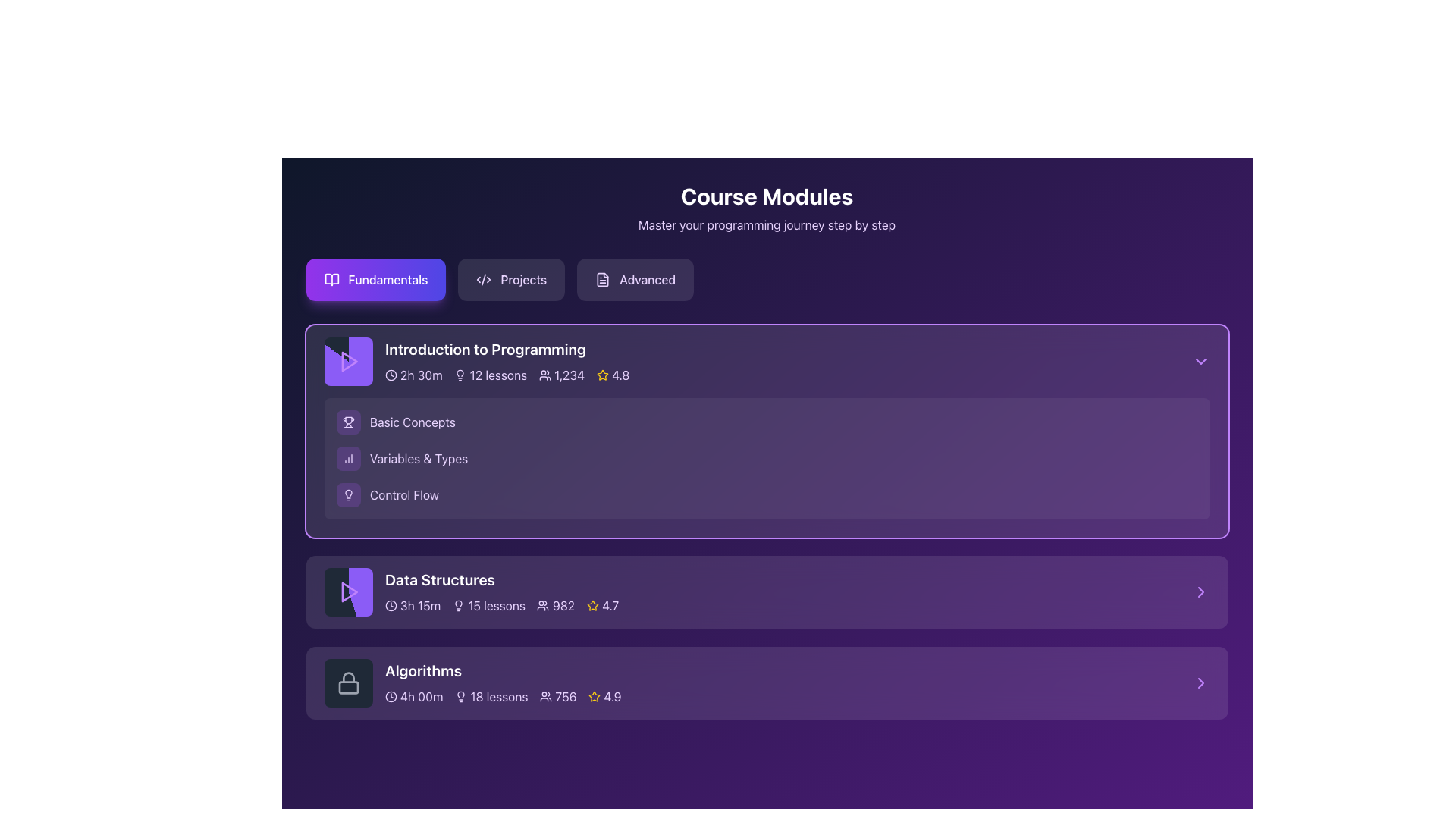 The image size is (1456, 819). Describe the element at coordinates (483, 280) in the screenshot. I see `the coding angle bracket icon located to the left of the 'Projects' button in the top section of the UI` at that location.